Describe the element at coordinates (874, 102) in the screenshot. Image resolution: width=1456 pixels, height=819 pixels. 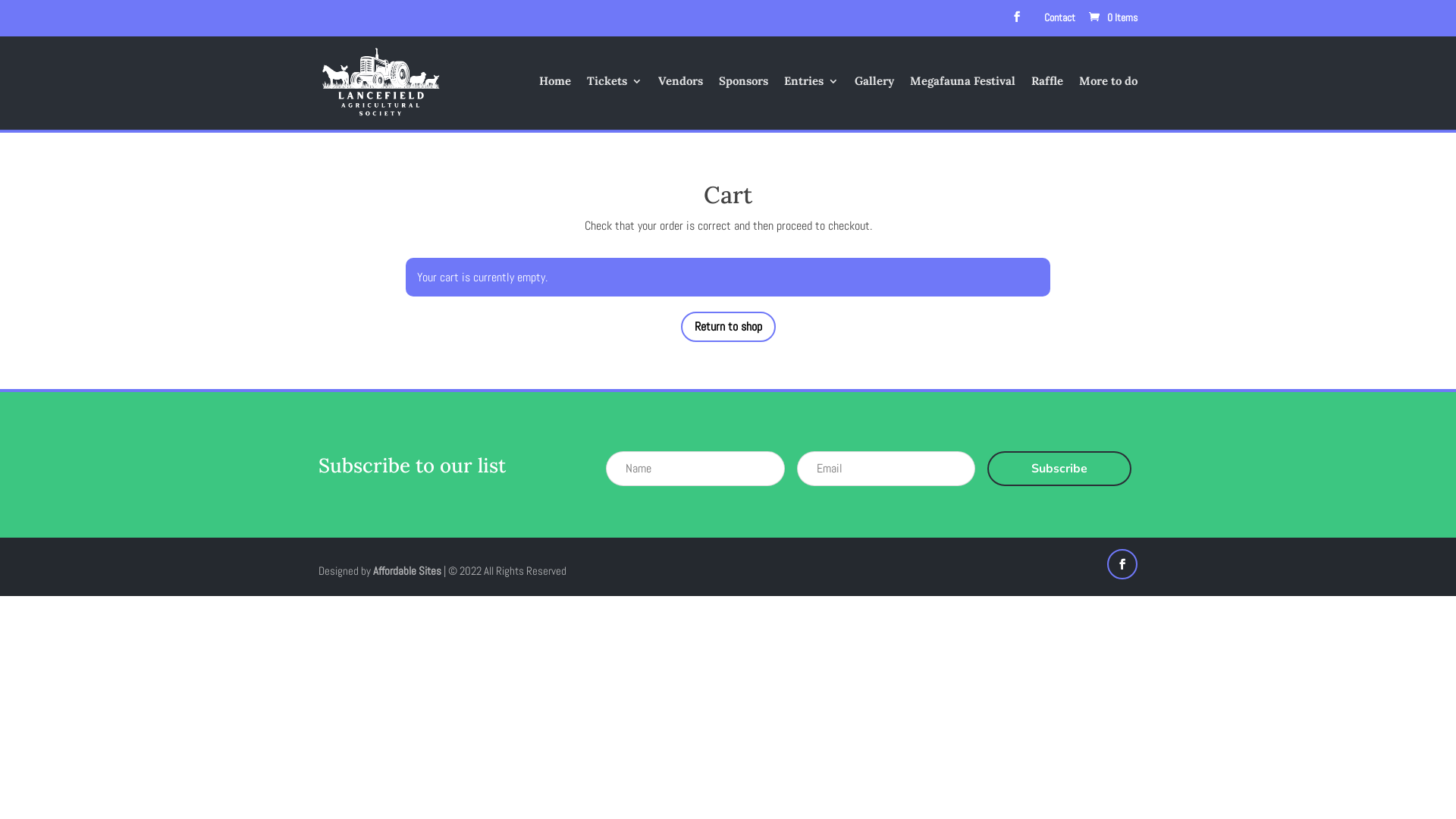
I see `'Gallery'` at that location.